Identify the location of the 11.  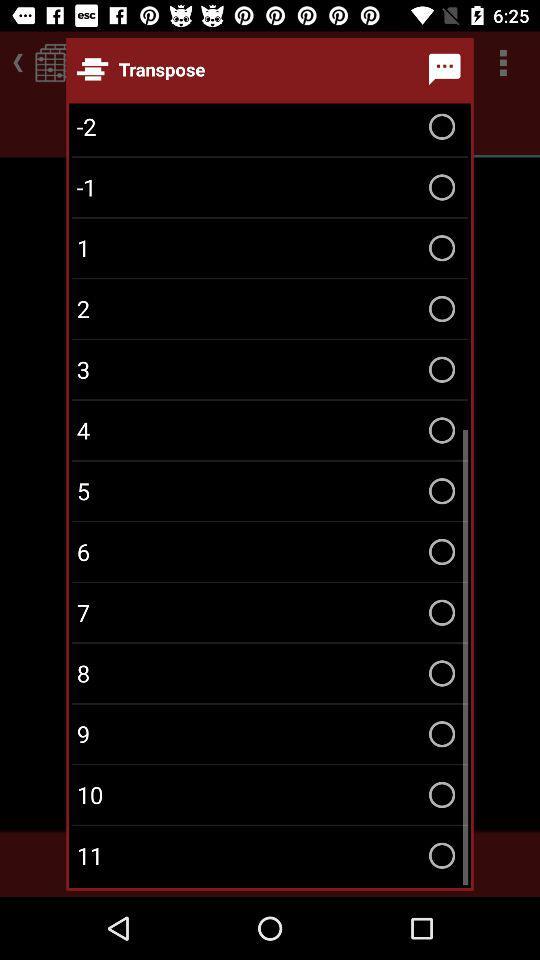
(270, 854).